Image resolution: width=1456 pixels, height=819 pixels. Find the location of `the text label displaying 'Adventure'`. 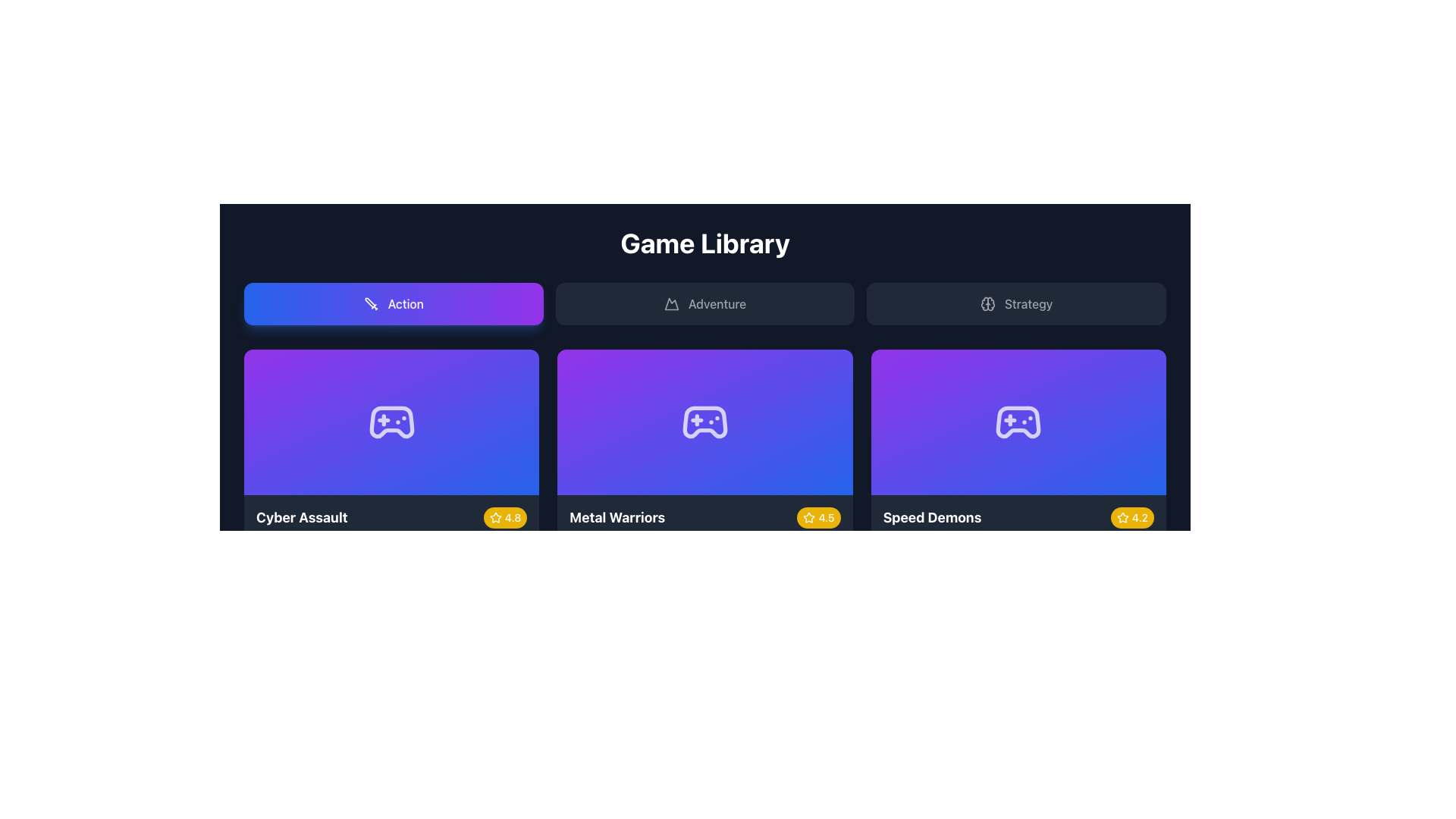

the text label displaying 'Adventure' is located at coordinates (716, 304).